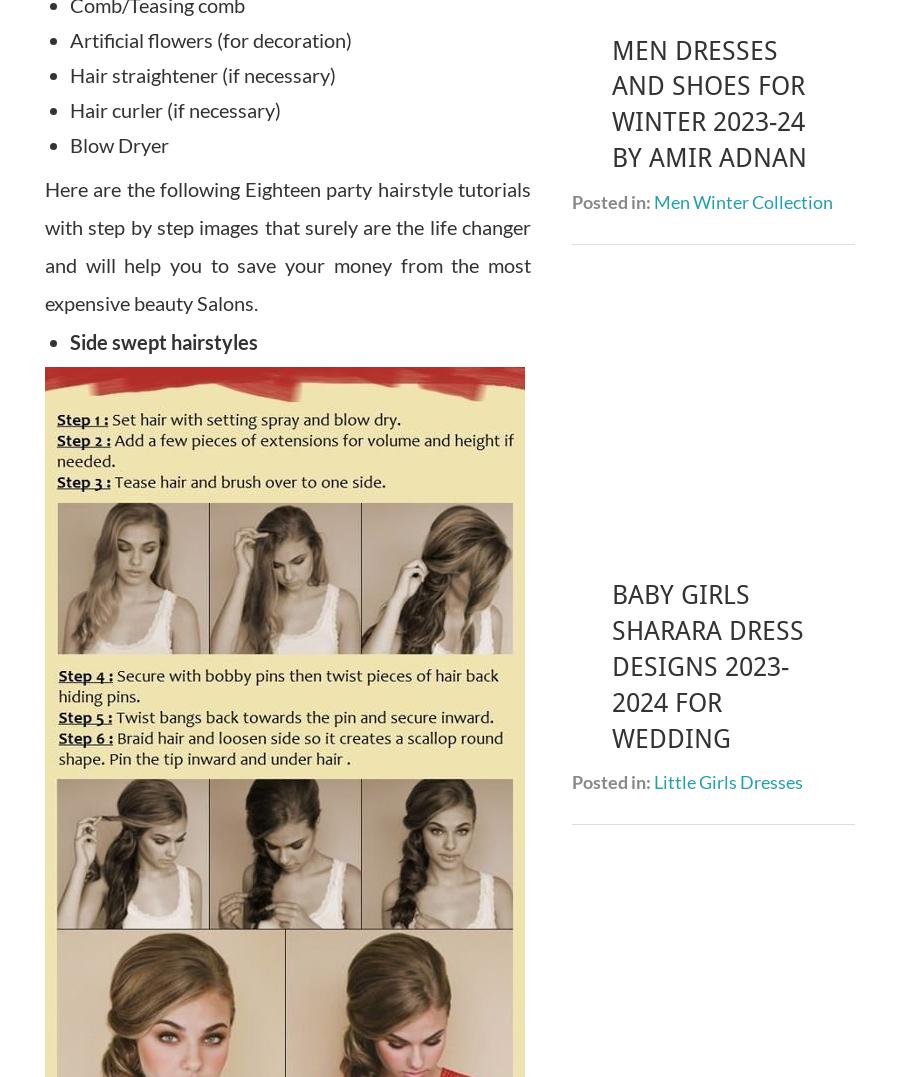 Image resolution: width=900 pixels, height=1077 pixels. What do you see at coordinates (210, 38) in the screenshot?
I see `'Artificial flowers (for decoration)'` at bounding box center [210, 38].